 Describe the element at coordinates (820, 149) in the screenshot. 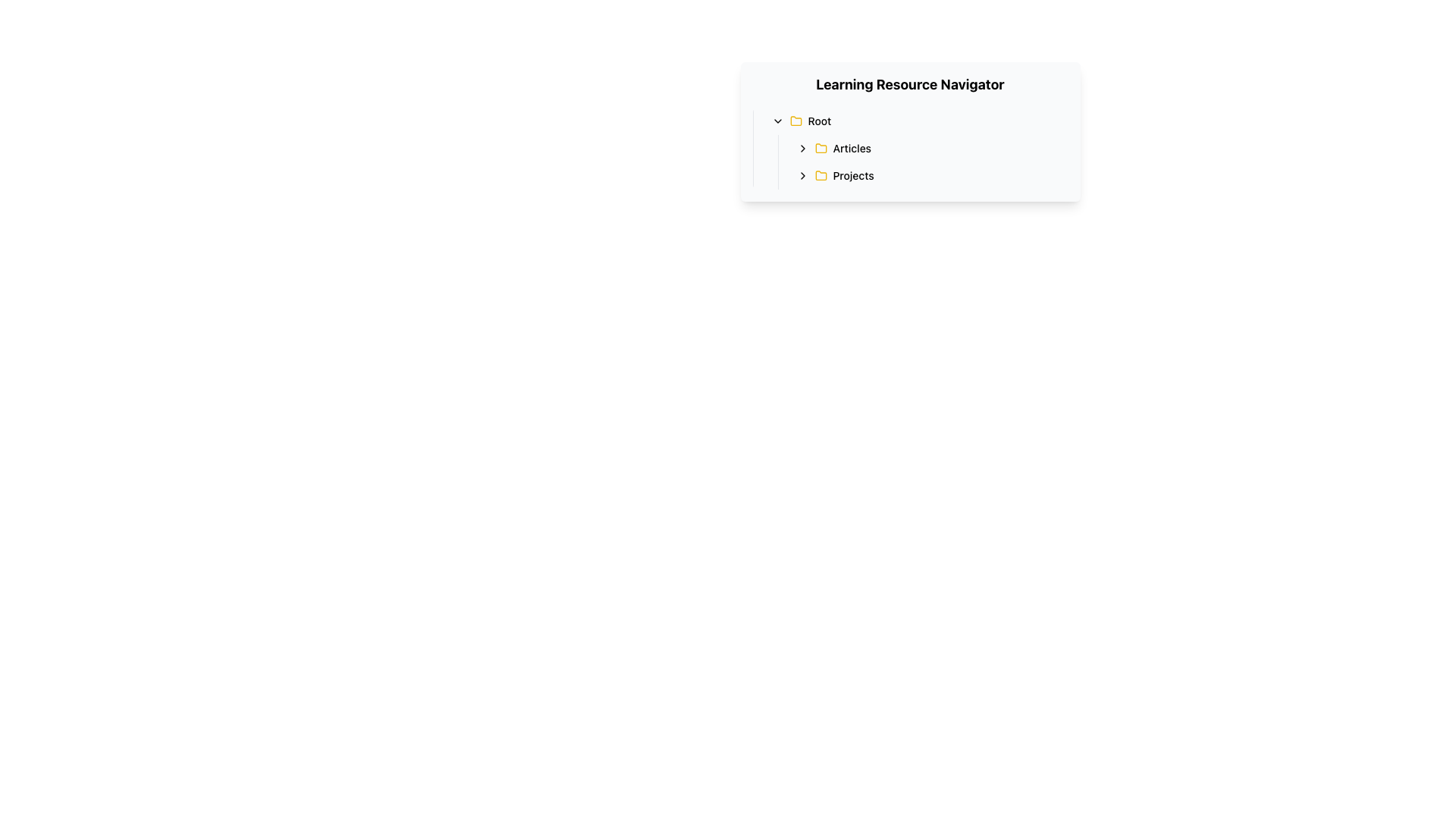

I see `the yellow folder icon located next to the text 'Articles' in the navigation menu` at that location.